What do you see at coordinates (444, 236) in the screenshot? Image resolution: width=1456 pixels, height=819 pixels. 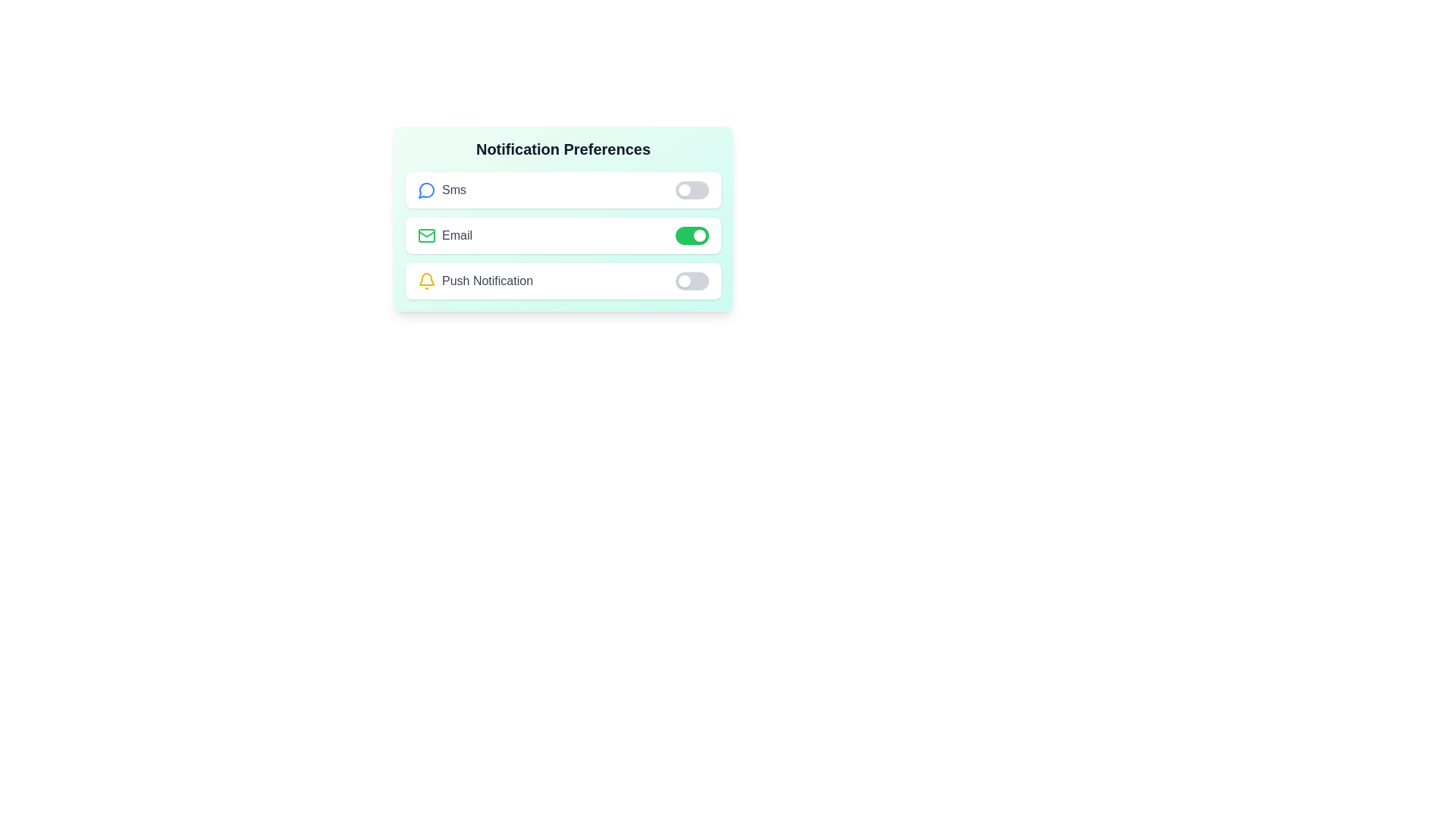 I see `the envelope icon with the 'email' label, which is the second item in the notification preferences list` at bounding box center [444, 236].